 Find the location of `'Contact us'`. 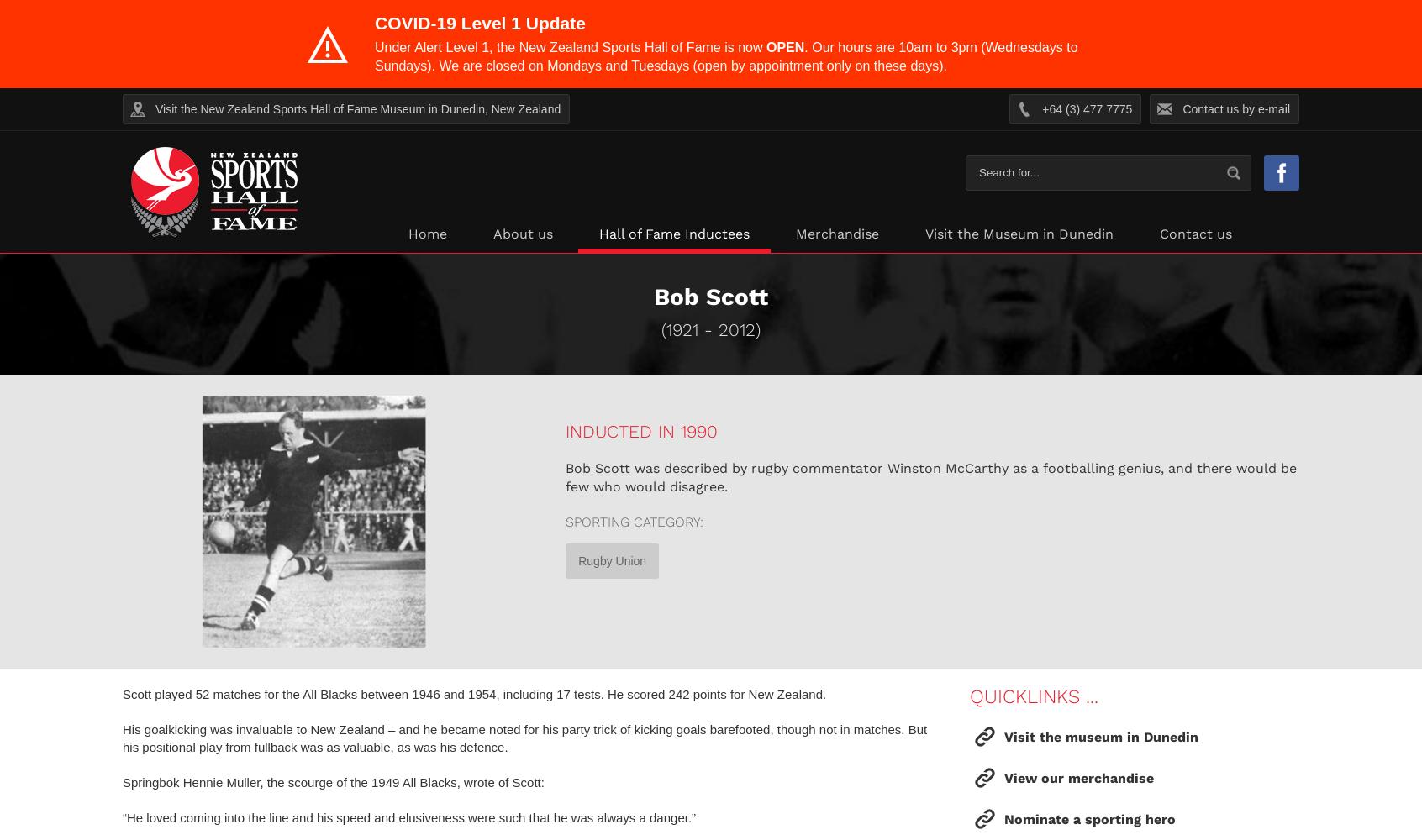

'Contact us' is located at coordinates (1194, 234).